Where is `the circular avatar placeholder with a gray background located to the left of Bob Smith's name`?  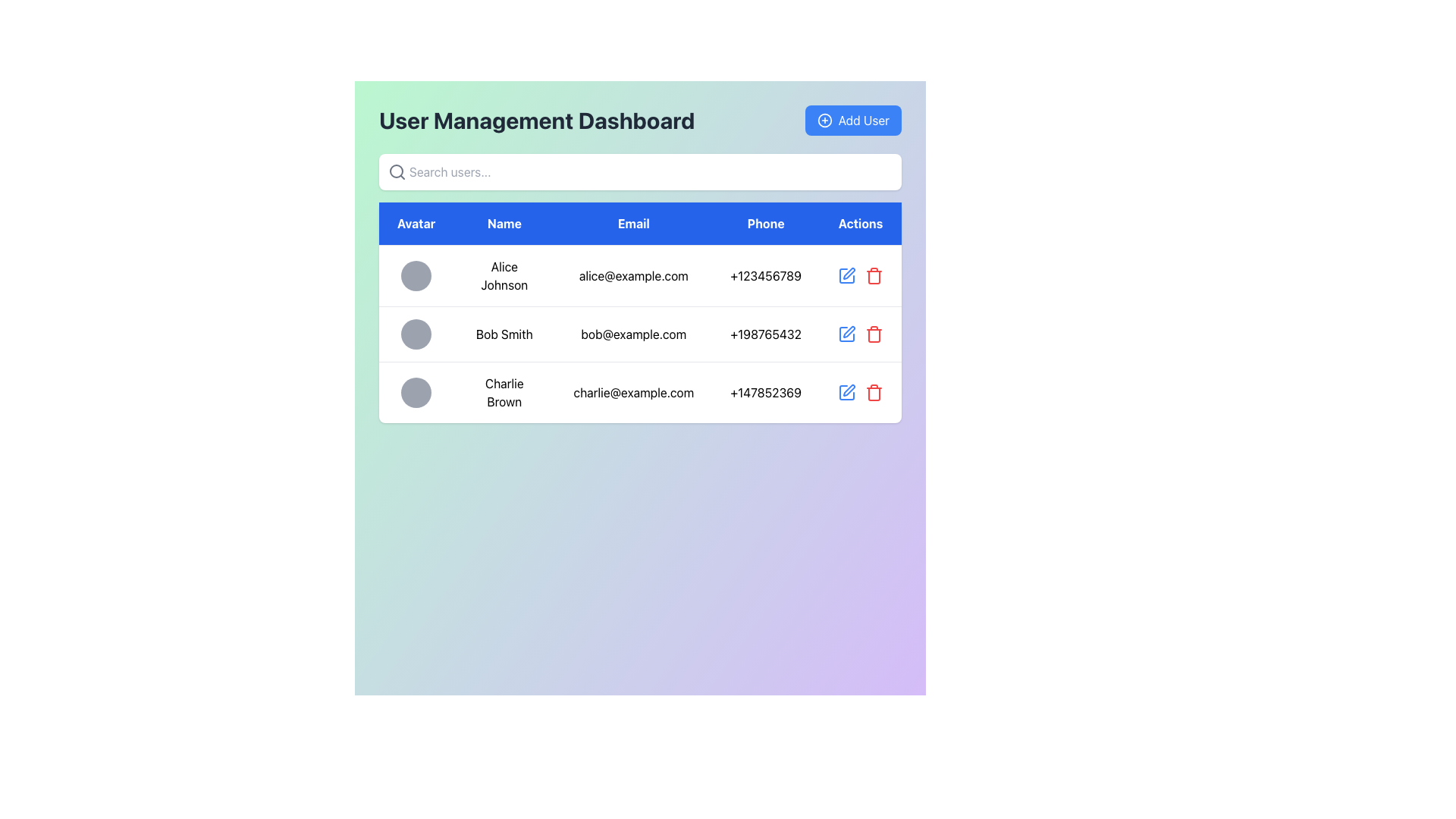 the circular avatar placeholder with a gray background located to the left of Bob Smith's name is located at coordinates (416, 333).